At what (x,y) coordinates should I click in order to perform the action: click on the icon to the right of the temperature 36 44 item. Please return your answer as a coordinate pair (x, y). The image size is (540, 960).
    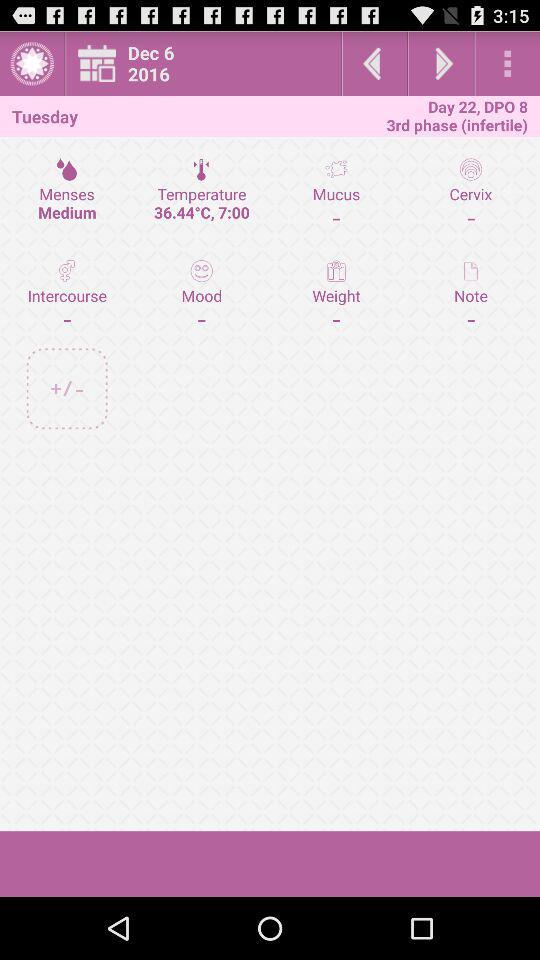
    Looking at the image, I should click on (336, 293).